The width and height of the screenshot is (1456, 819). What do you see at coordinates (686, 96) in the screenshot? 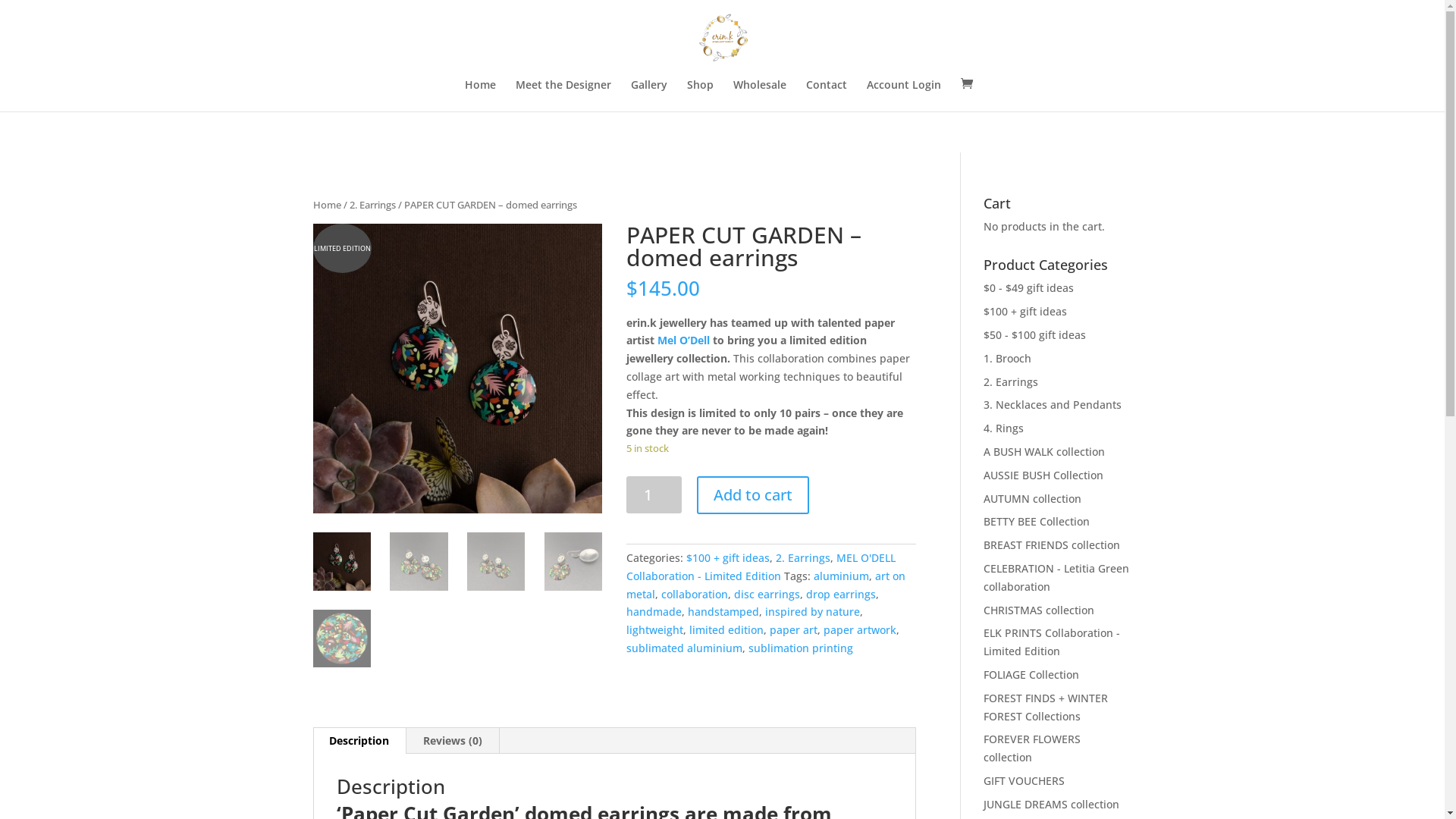
I see `'Shop'` at bounding box center [686, 96].